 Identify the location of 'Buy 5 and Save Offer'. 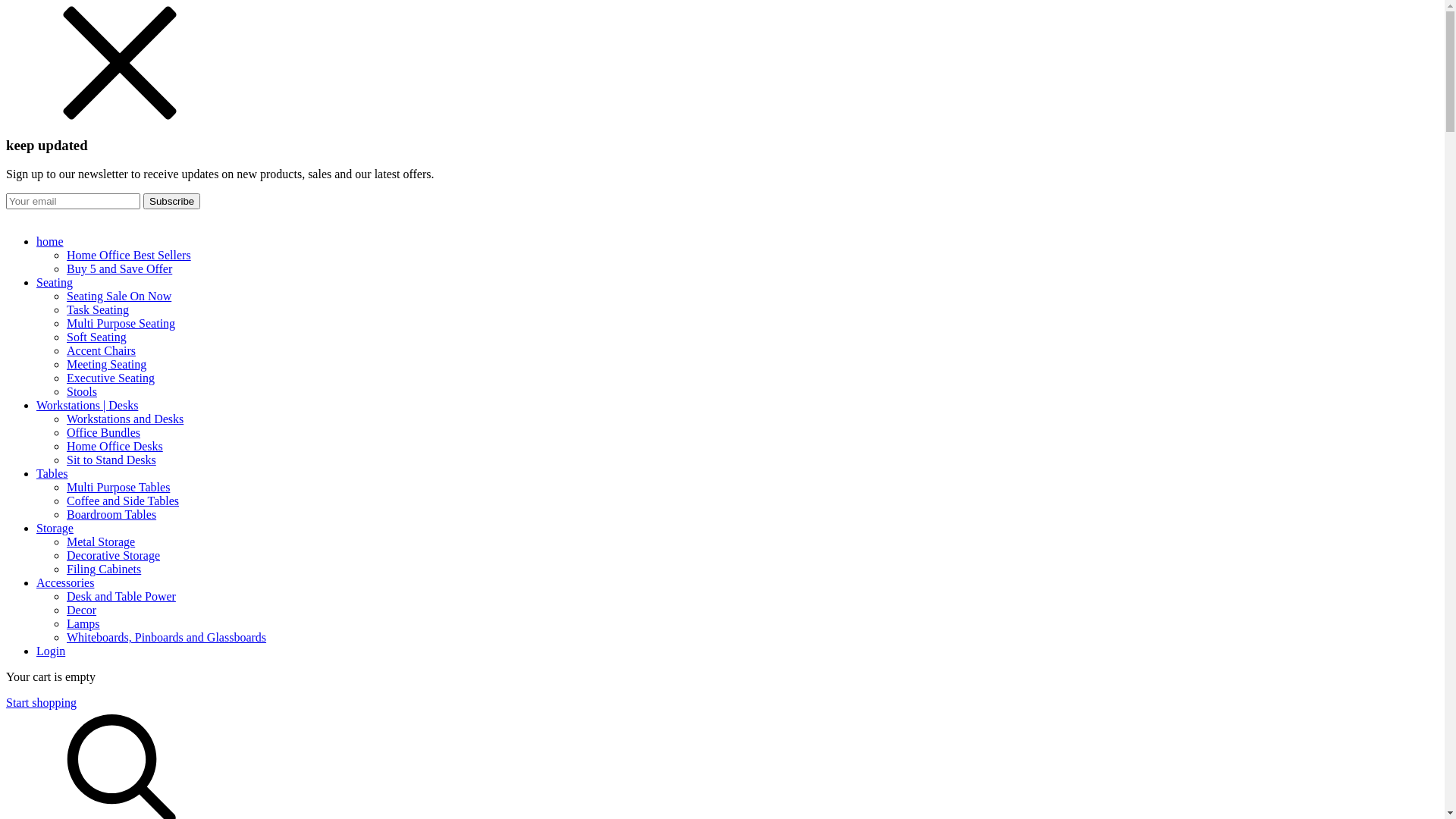
(118, 268).